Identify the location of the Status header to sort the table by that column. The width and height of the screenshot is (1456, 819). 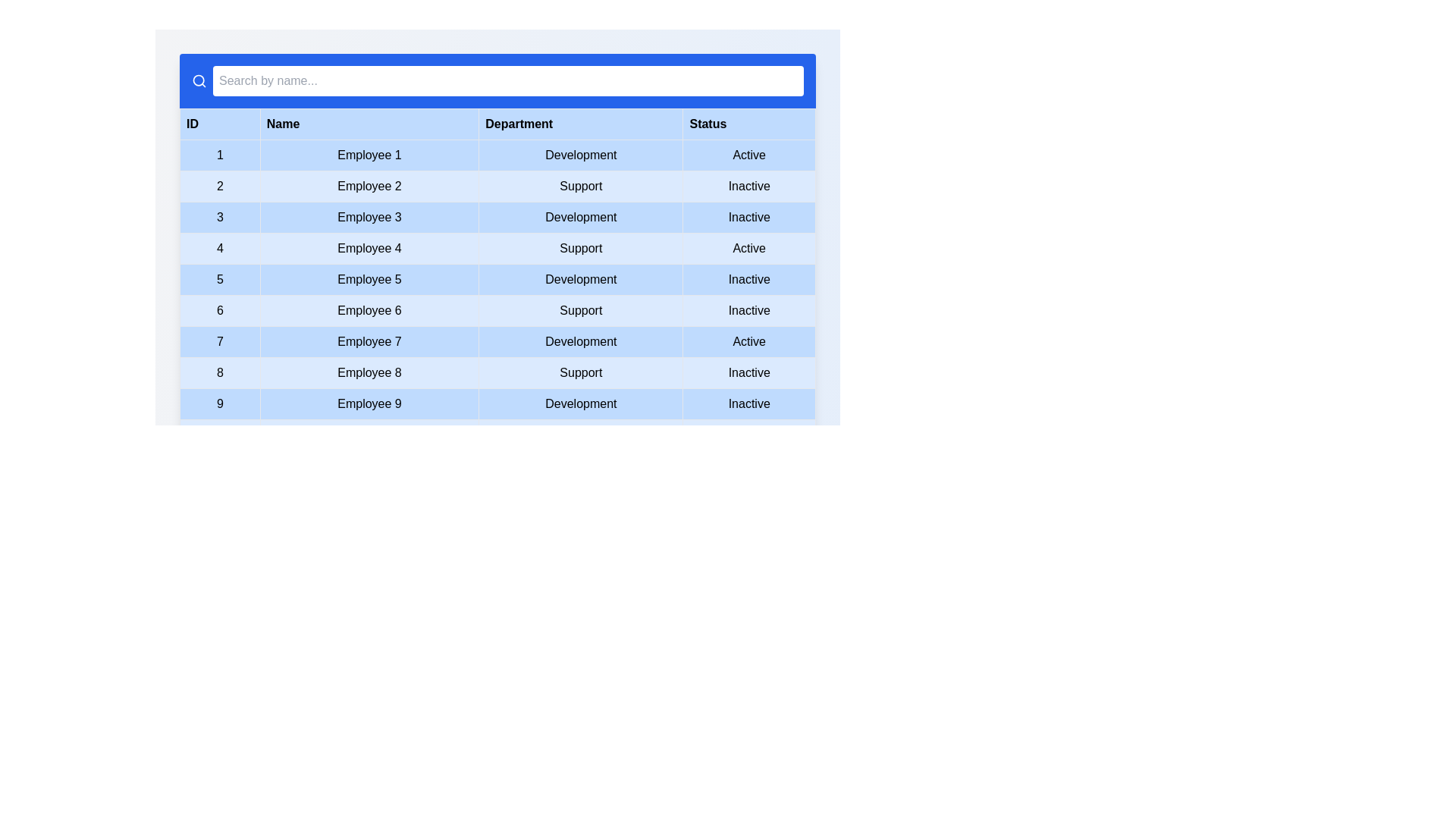
(749, 124).